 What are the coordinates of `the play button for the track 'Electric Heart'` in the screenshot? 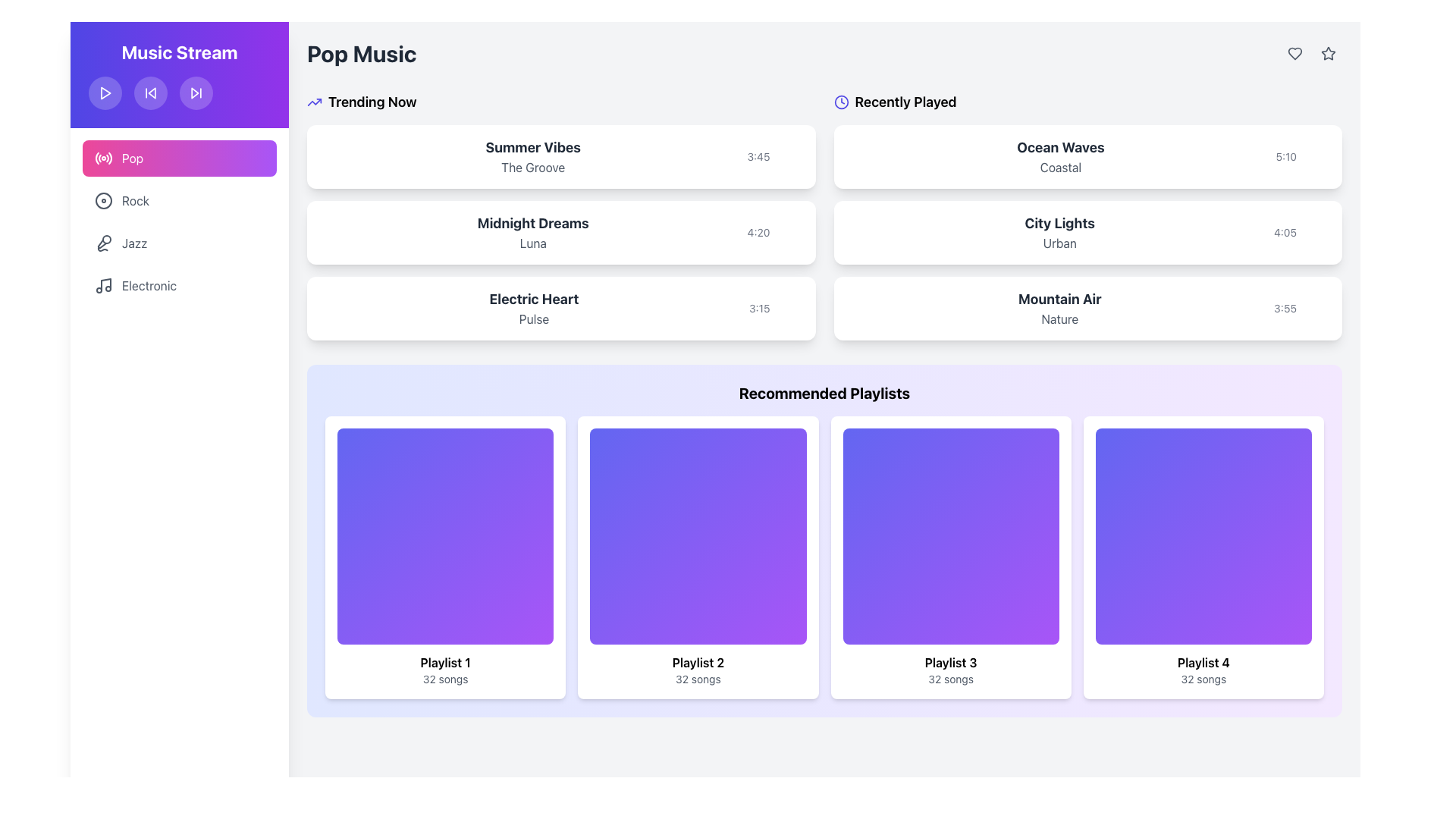 It's located at (790, 308).